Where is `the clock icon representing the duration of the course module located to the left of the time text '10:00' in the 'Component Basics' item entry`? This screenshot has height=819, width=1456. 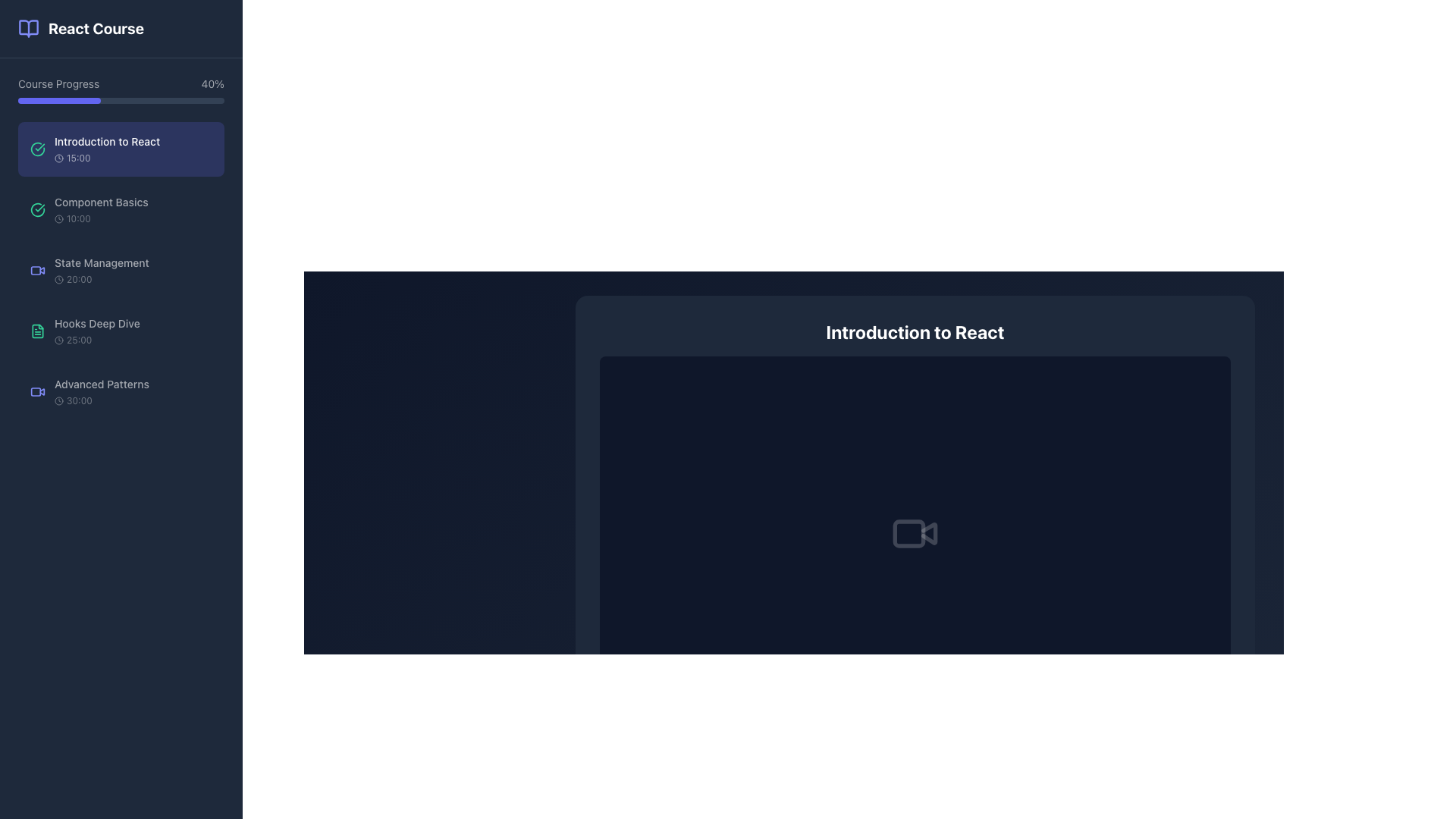
the clock icon representing the duration of the course module located to the left of the time text '10:00' in the 'Component Basics' item entry is located at coordinates (58, 219).